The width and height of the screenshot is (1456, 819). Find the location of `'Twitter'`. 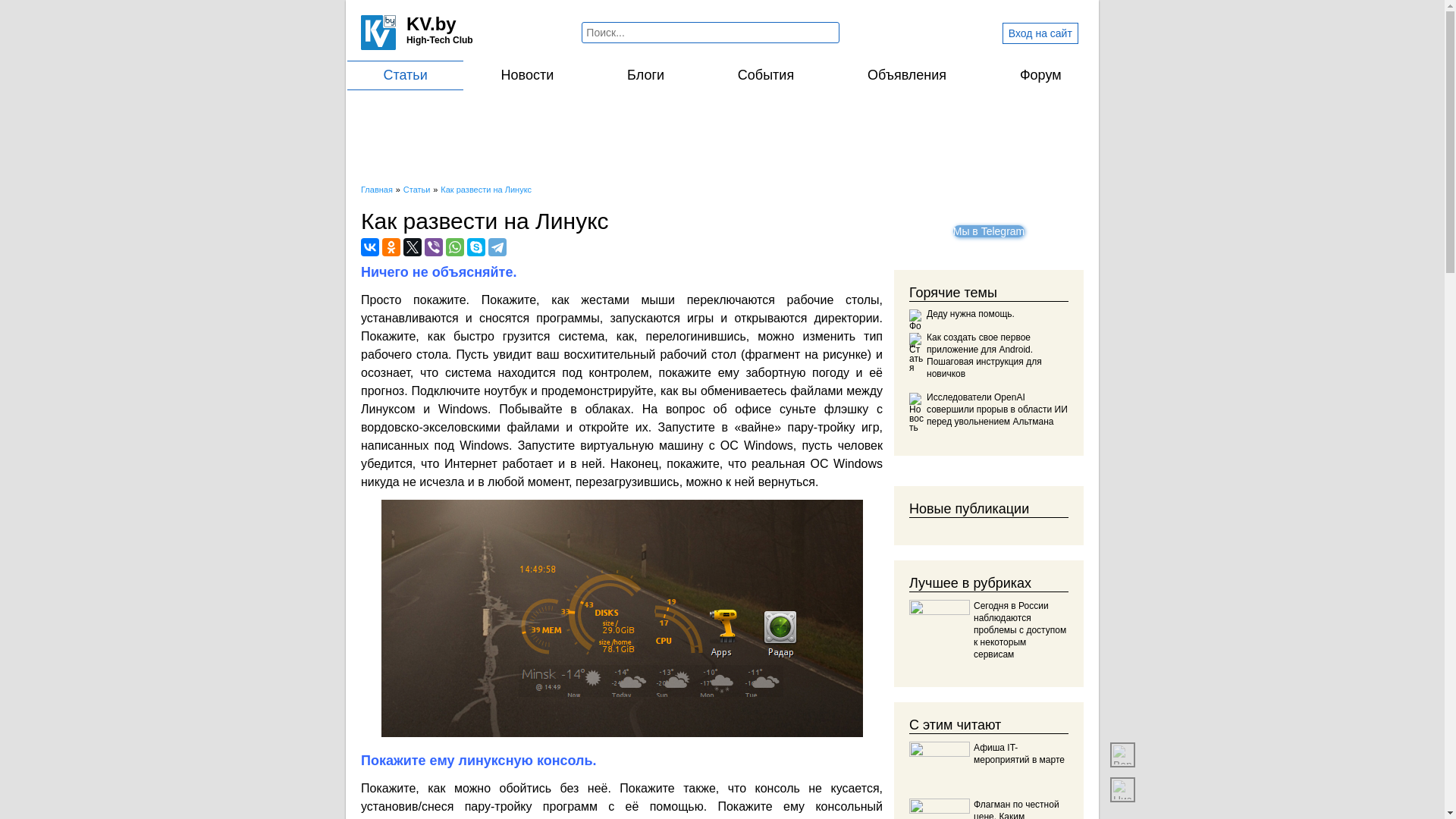

'Twitter' is located at coordinates (412, 246).